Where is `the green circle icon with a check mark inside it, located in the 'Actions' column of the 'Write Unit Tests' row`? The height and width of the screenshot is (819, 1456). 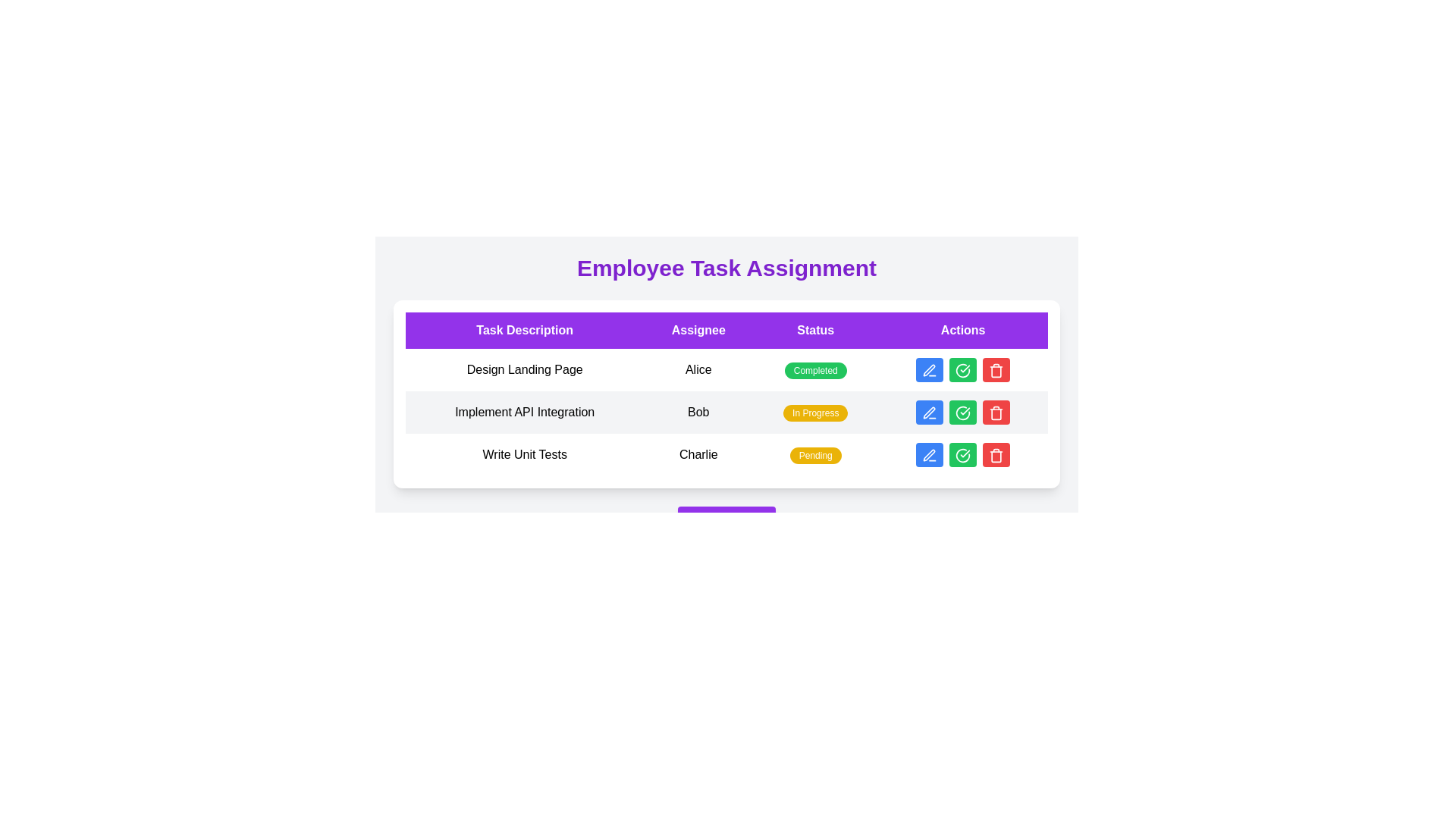 the green circle icon with a check mark inside it, located in the 'Actions' column of the 'Write Unit Tests' row is located at coordinates (962, 454).